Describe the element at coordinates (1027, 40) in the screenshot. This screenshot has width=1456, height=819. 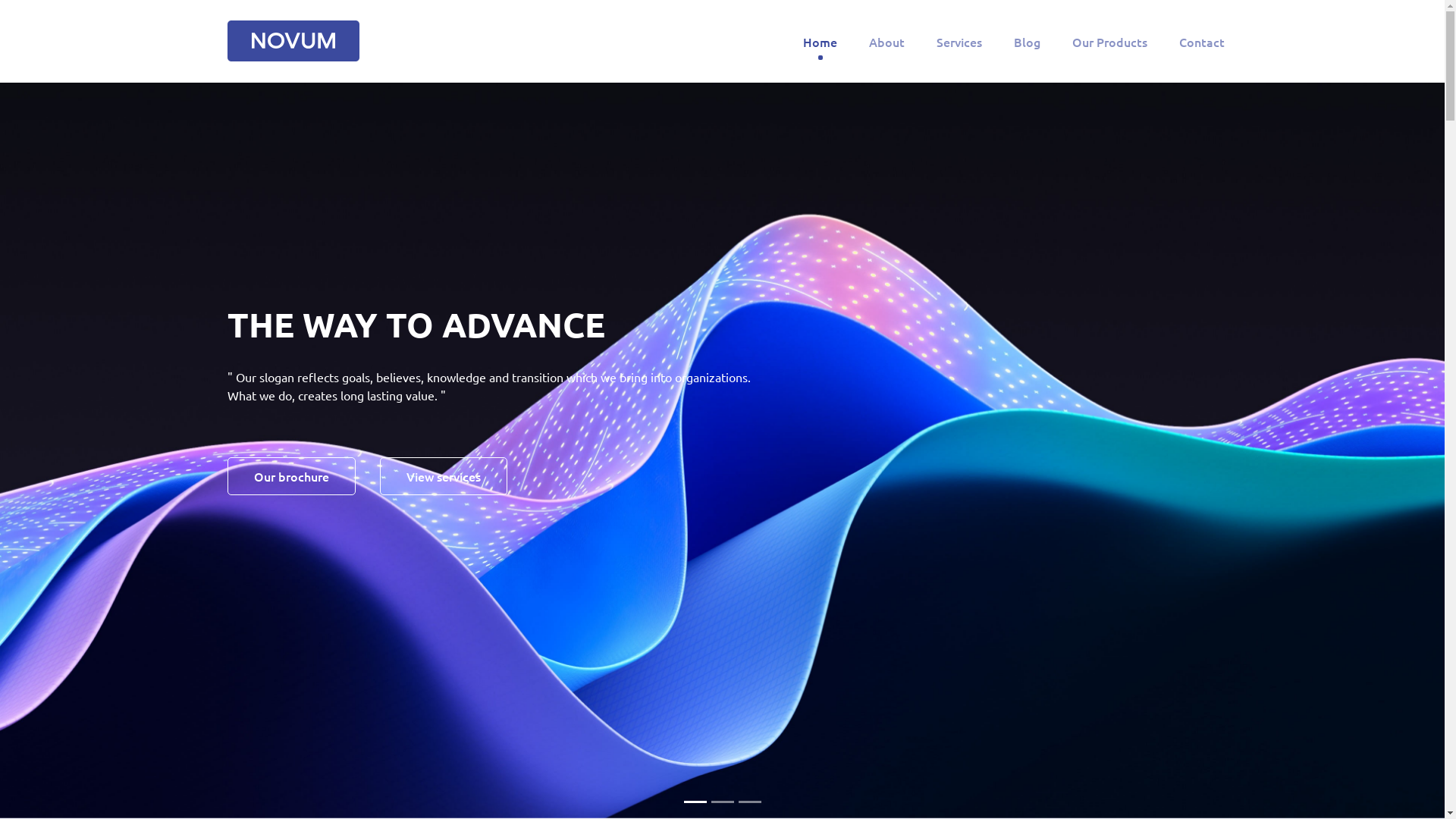
I see `'Blog'` at that location.